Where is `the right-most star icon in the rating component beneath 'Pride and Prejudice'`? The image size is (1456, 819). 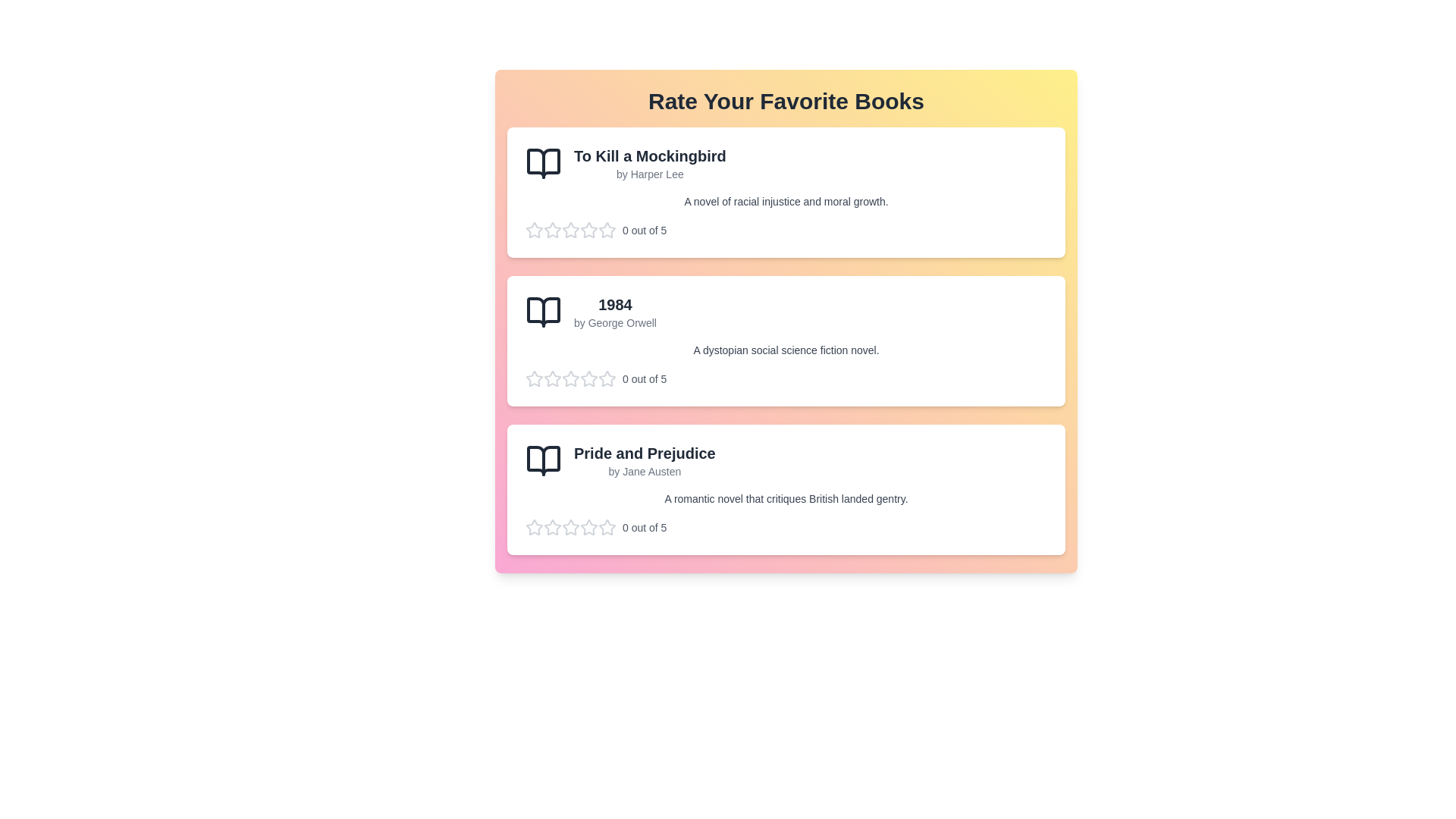
the right-most star icon in the rating component beneath 'Pride and Prejudice' is located at coordinates (607, 526).